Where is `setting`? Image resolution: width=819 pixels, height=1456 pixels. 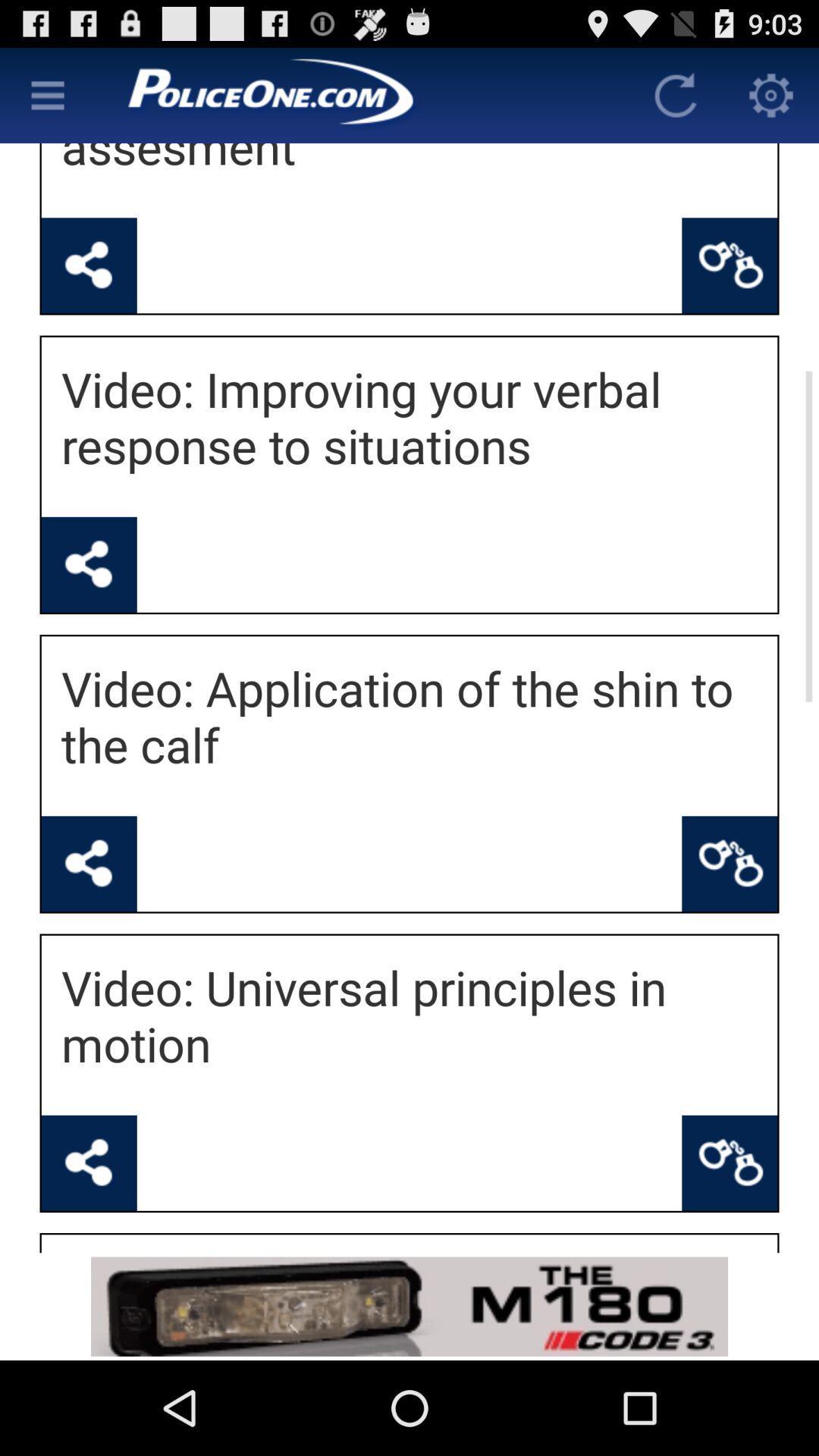
setting is located at coordinates (771, 94).